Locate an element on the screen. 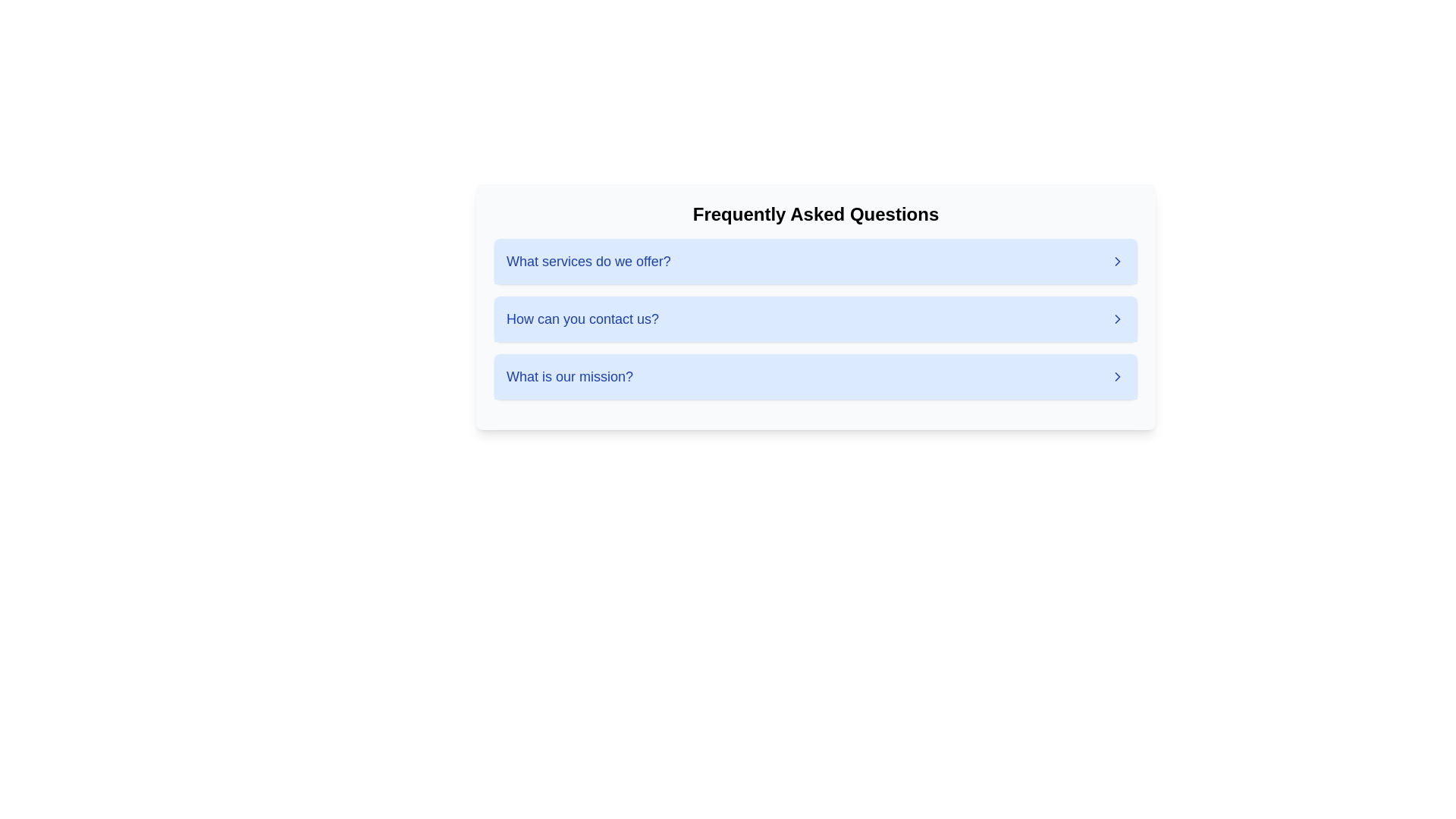  the clickable text header in the Frequently Asked Questions section is located at coordinates (582, 318).